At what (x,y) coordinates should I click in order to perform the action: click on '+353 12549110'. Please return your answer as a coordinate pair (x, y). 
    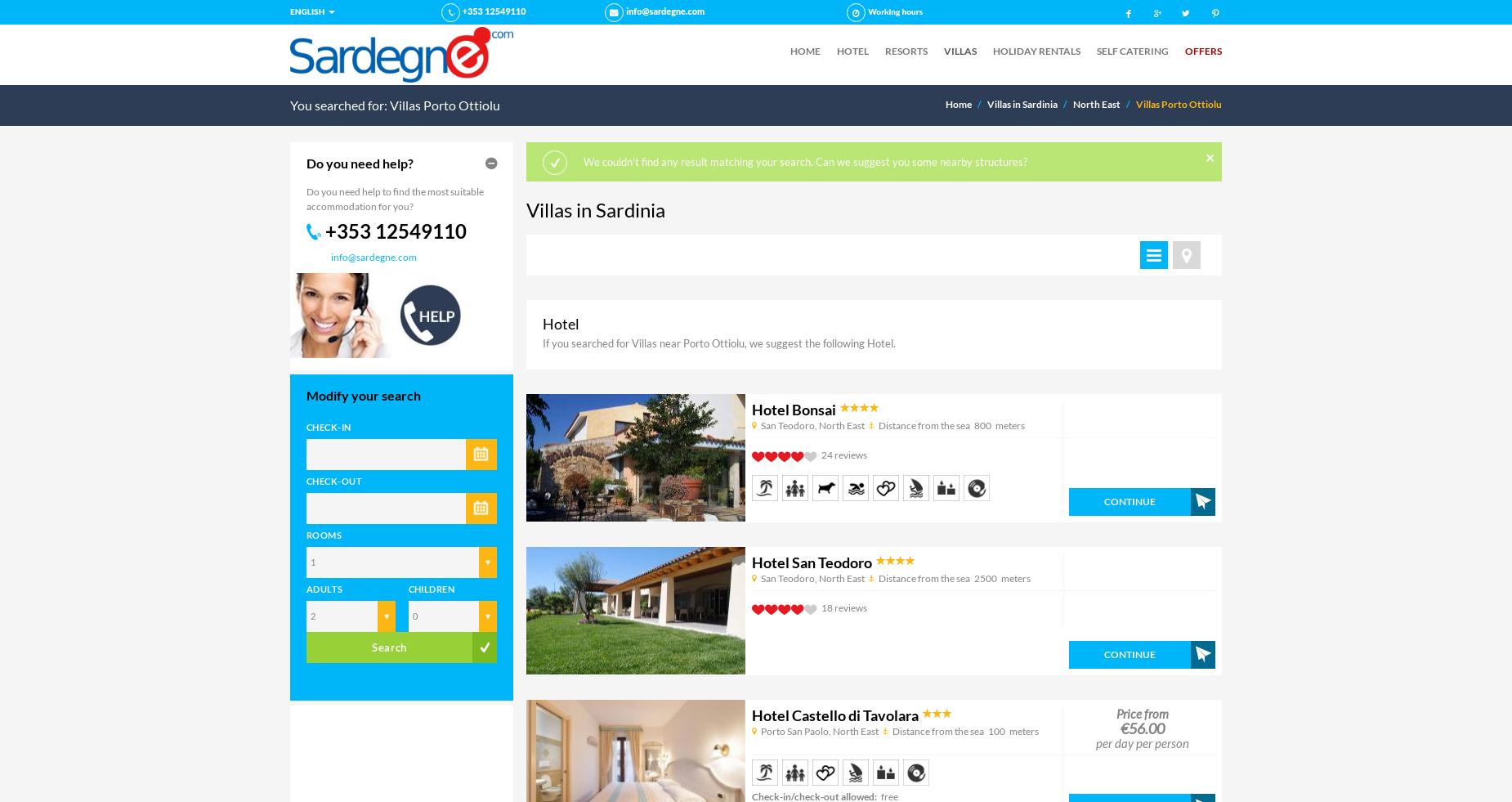
    Looking at the image, I should click on (396, 229).